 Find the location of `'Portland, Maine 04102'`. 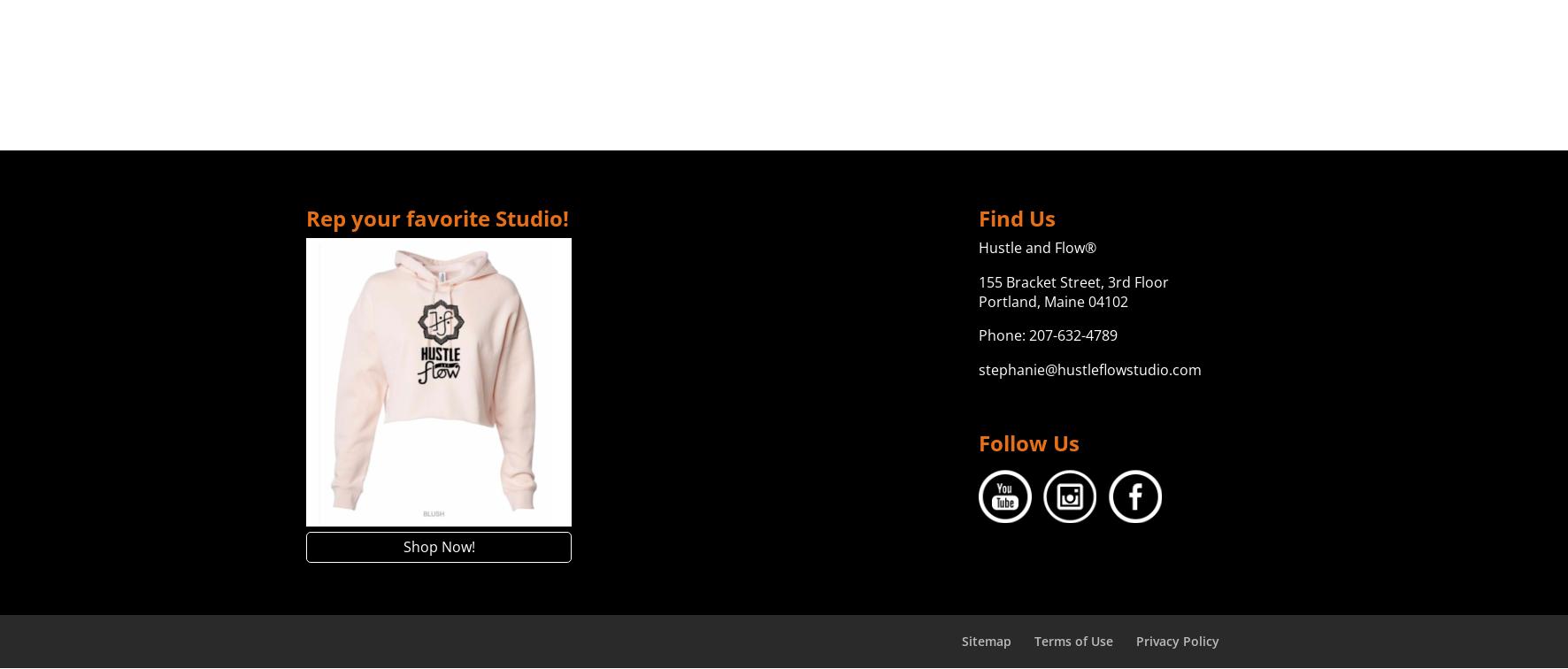

'Portland, Maine 04102' is located at coordinates (1051, 300).